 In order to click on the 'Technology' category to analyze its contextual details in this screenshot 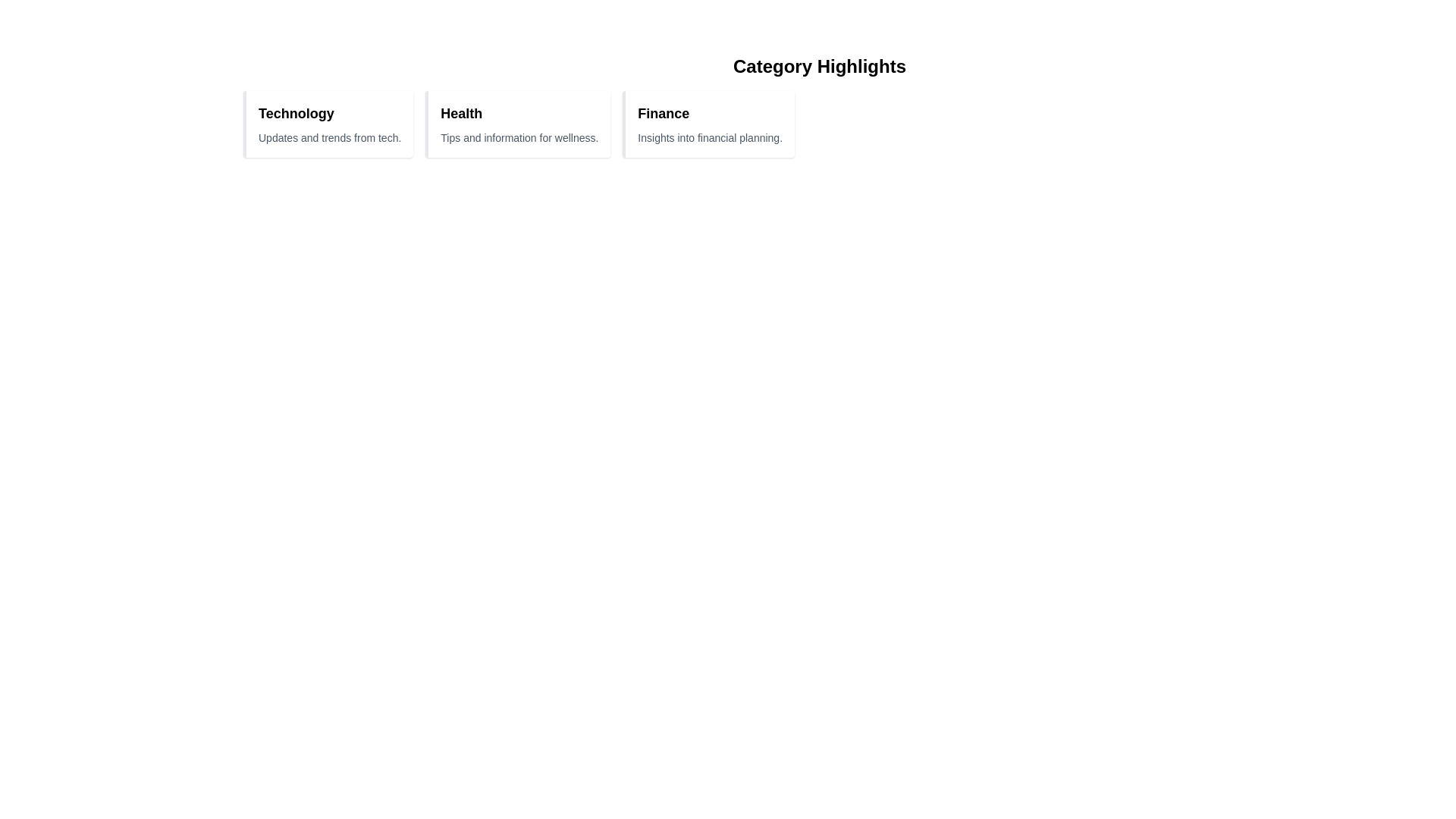, I will do `click(295, 113)`.